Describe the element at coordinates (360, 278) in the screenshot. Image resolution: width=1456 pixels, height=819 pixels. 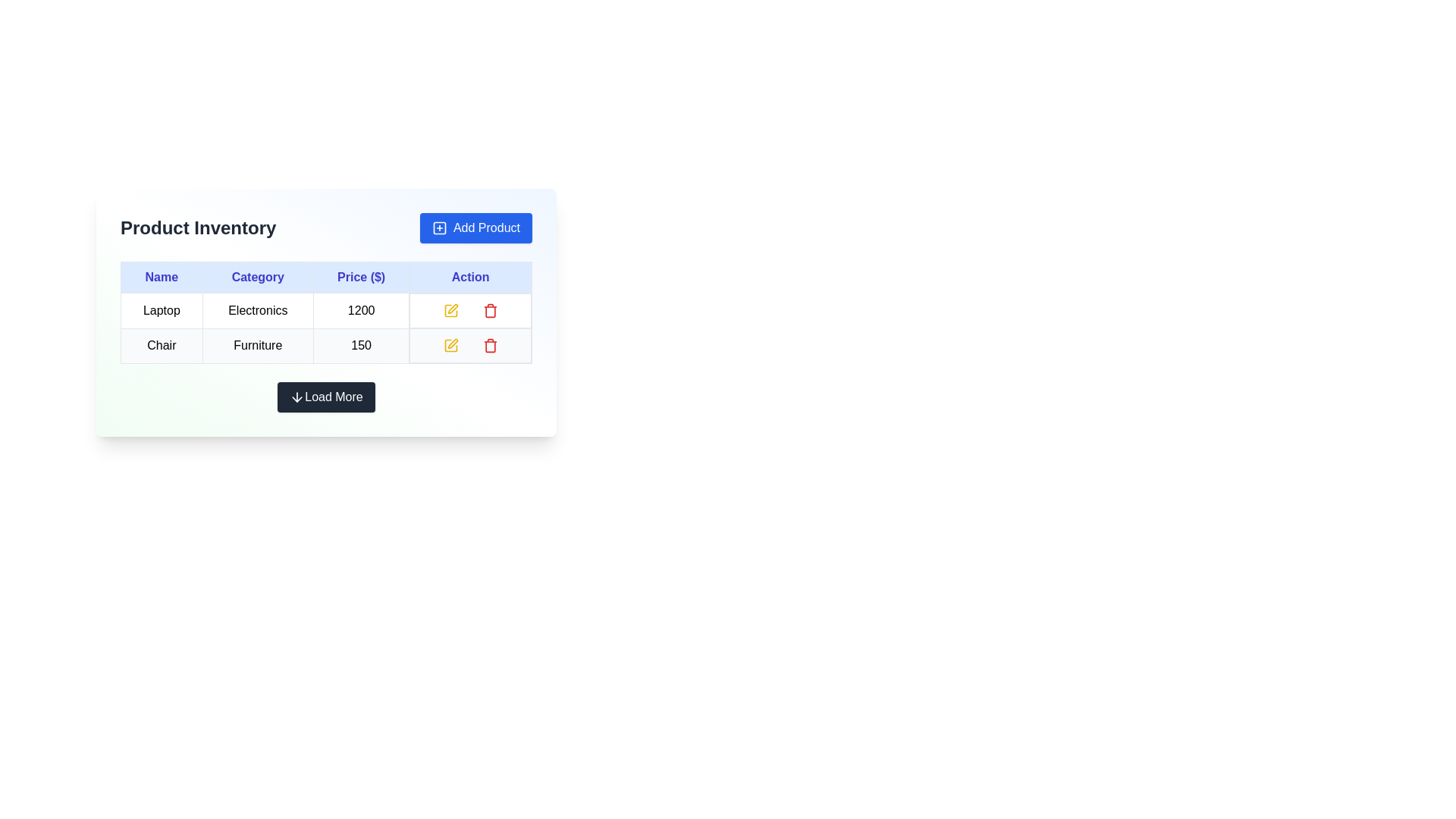
I see `the centered text label that reads 'Price ($)' in the table header row` at that location.